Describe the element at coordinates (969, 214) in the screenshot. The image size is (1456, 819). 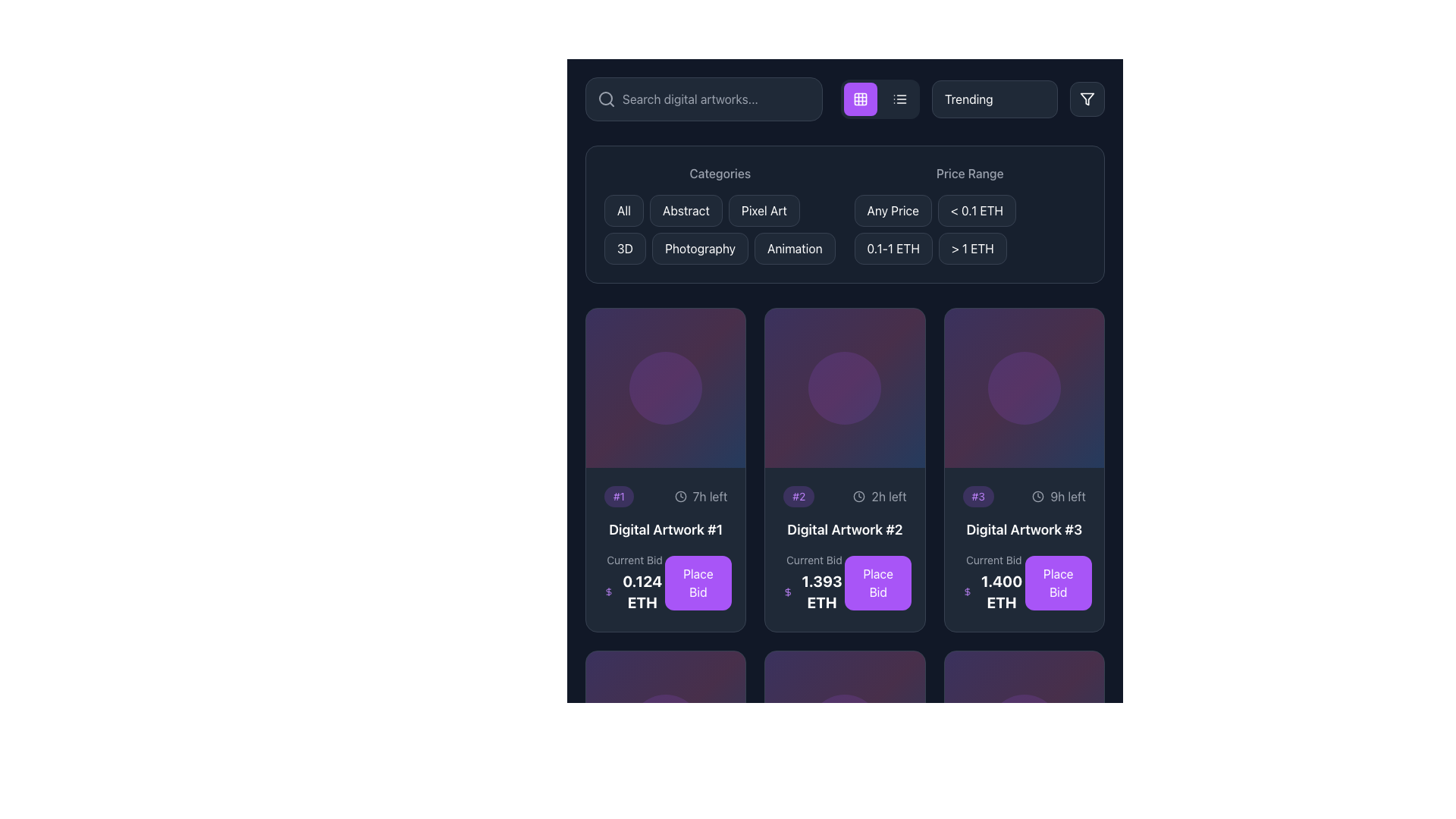
I see `the '< 0.1 ETH' filter button located in the 'Price Range' section, which is the second button in the upper row, to the right of 'Any Price'` at that location.